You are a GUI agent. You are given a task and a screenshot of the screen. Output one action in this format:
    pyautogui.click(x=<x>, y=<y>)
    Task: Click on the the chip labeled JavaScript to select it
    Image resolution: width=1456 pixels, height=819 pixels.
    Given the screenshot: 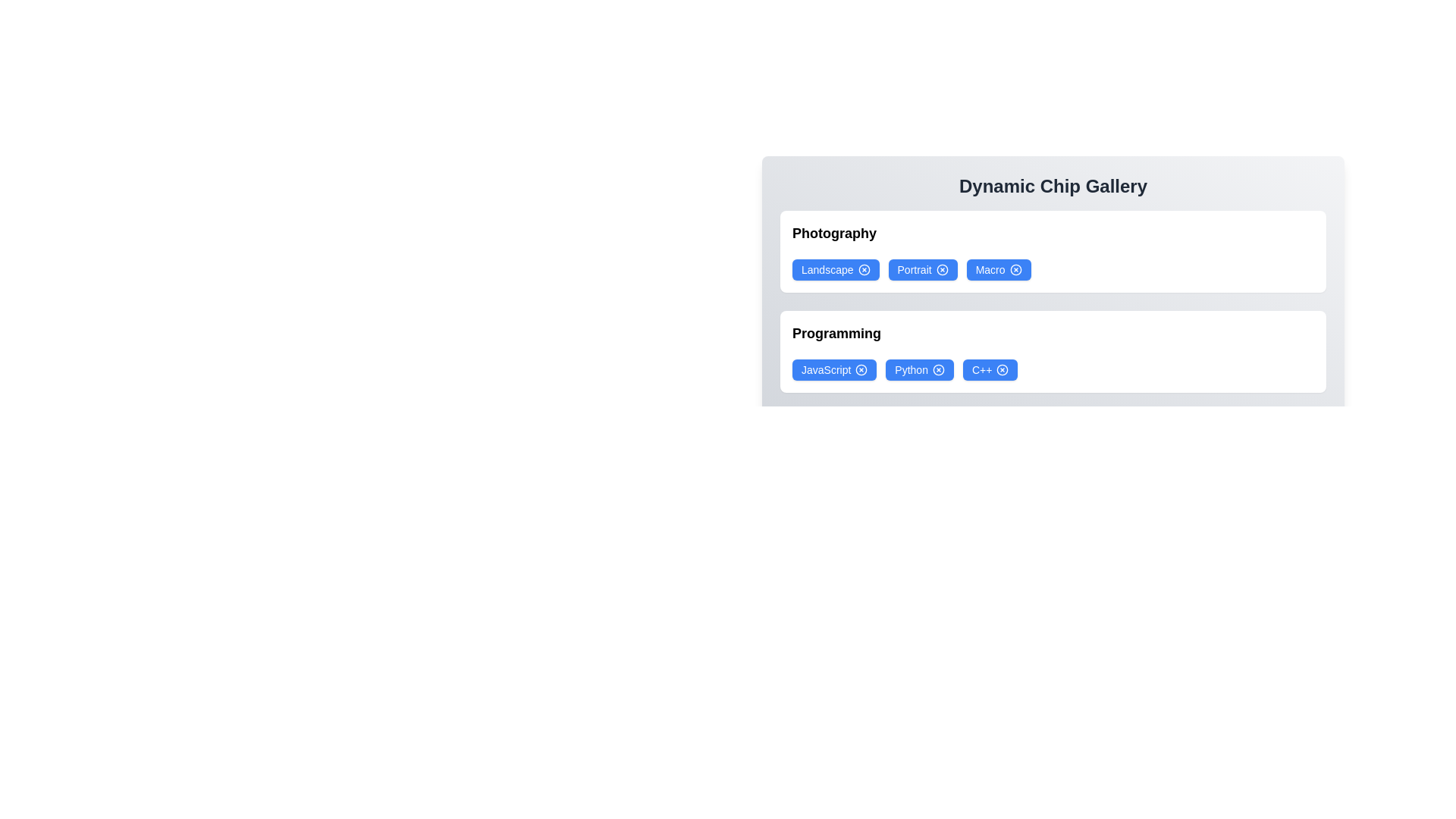 What is the action you would take?
    pyautogui.click(x=833, y=370)
    